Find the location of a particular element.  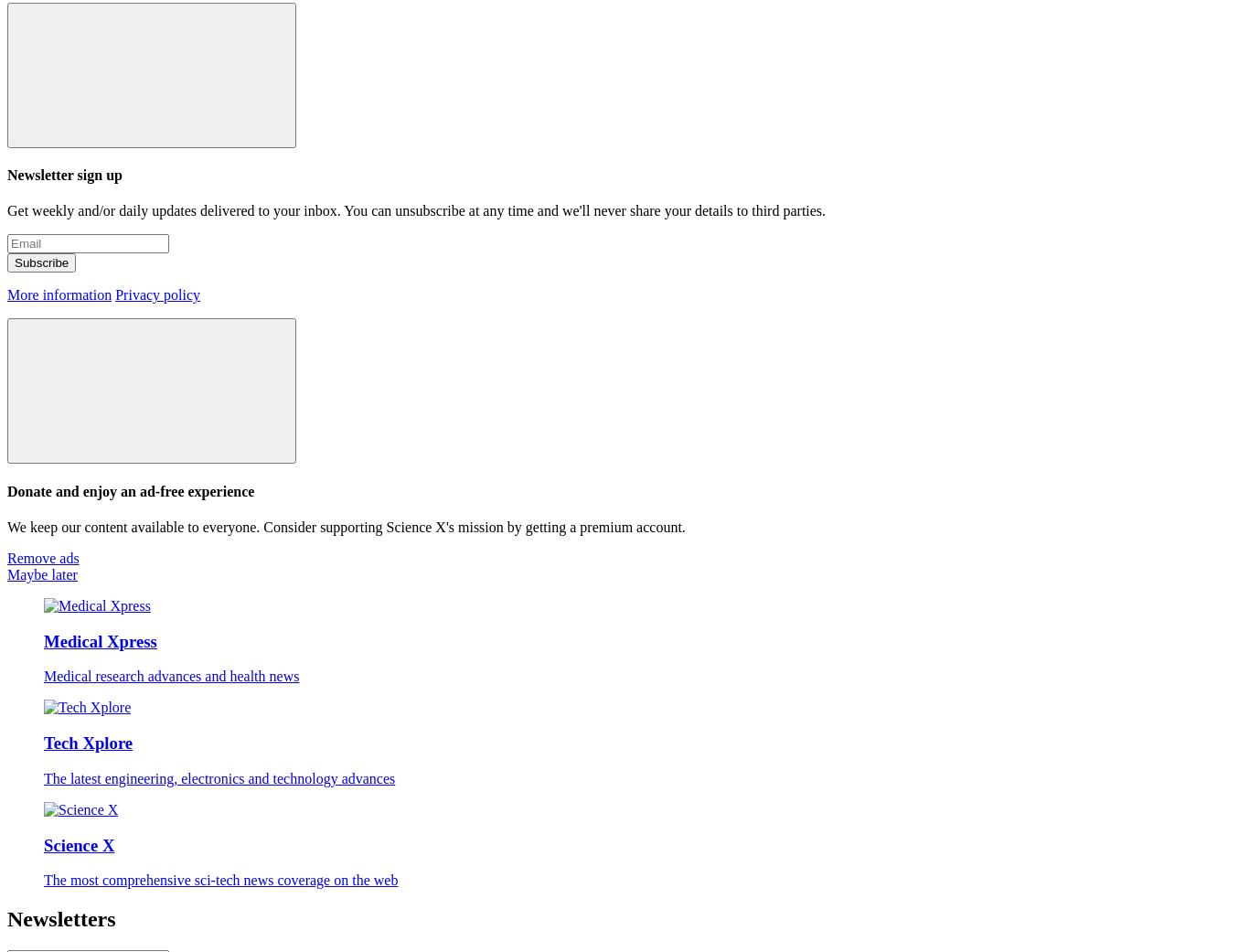

'Newsletters' is located at coordinates (60, 918).